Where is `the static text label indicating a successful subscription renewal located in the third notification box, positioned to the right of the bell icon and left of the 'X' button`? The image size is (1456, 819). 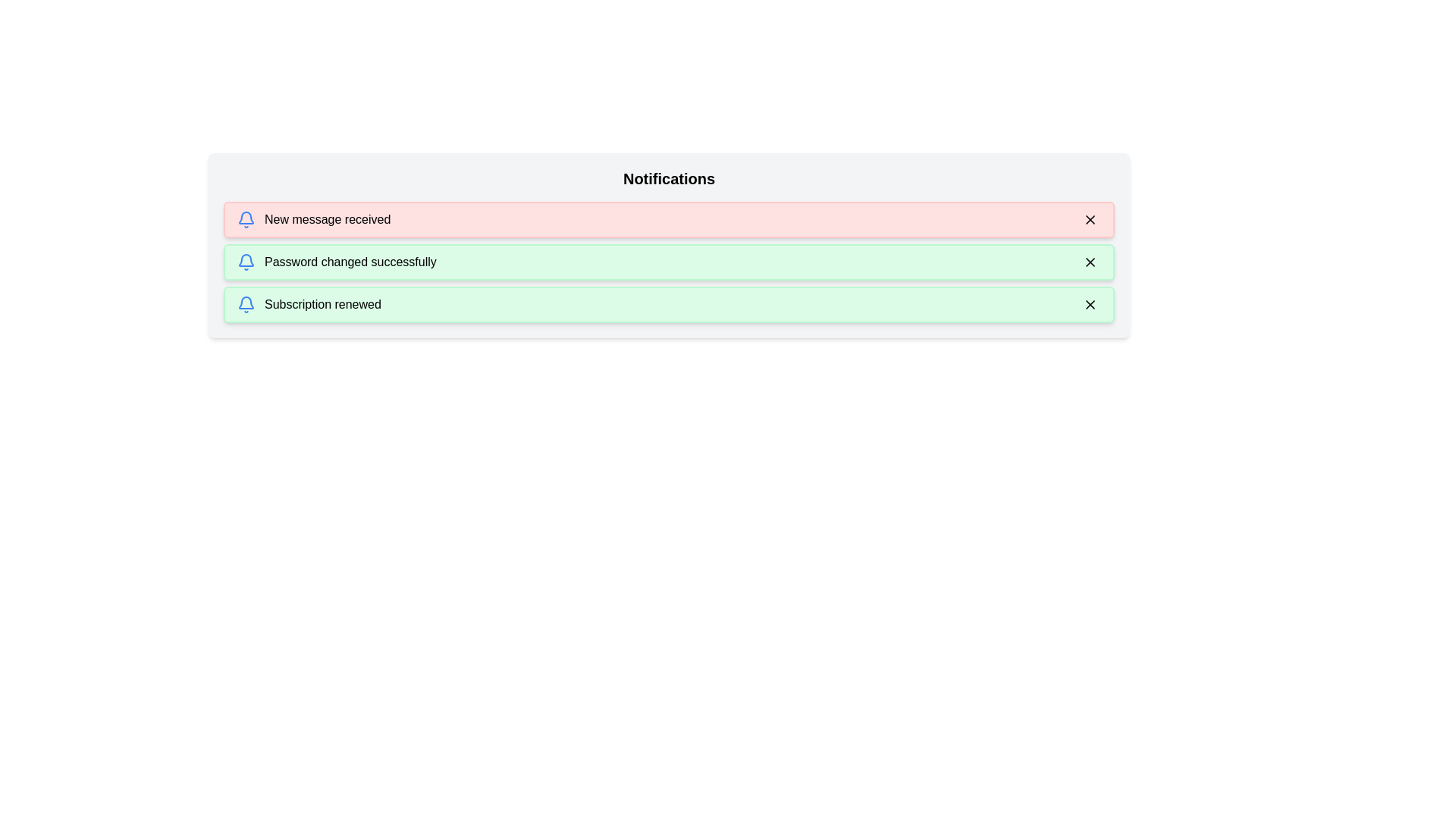
the static text label indicating a successful subscription renewal located in the third notification box, positioned to the right of the bell icon and left of the 'X' button is located at coordinates (322, 304).